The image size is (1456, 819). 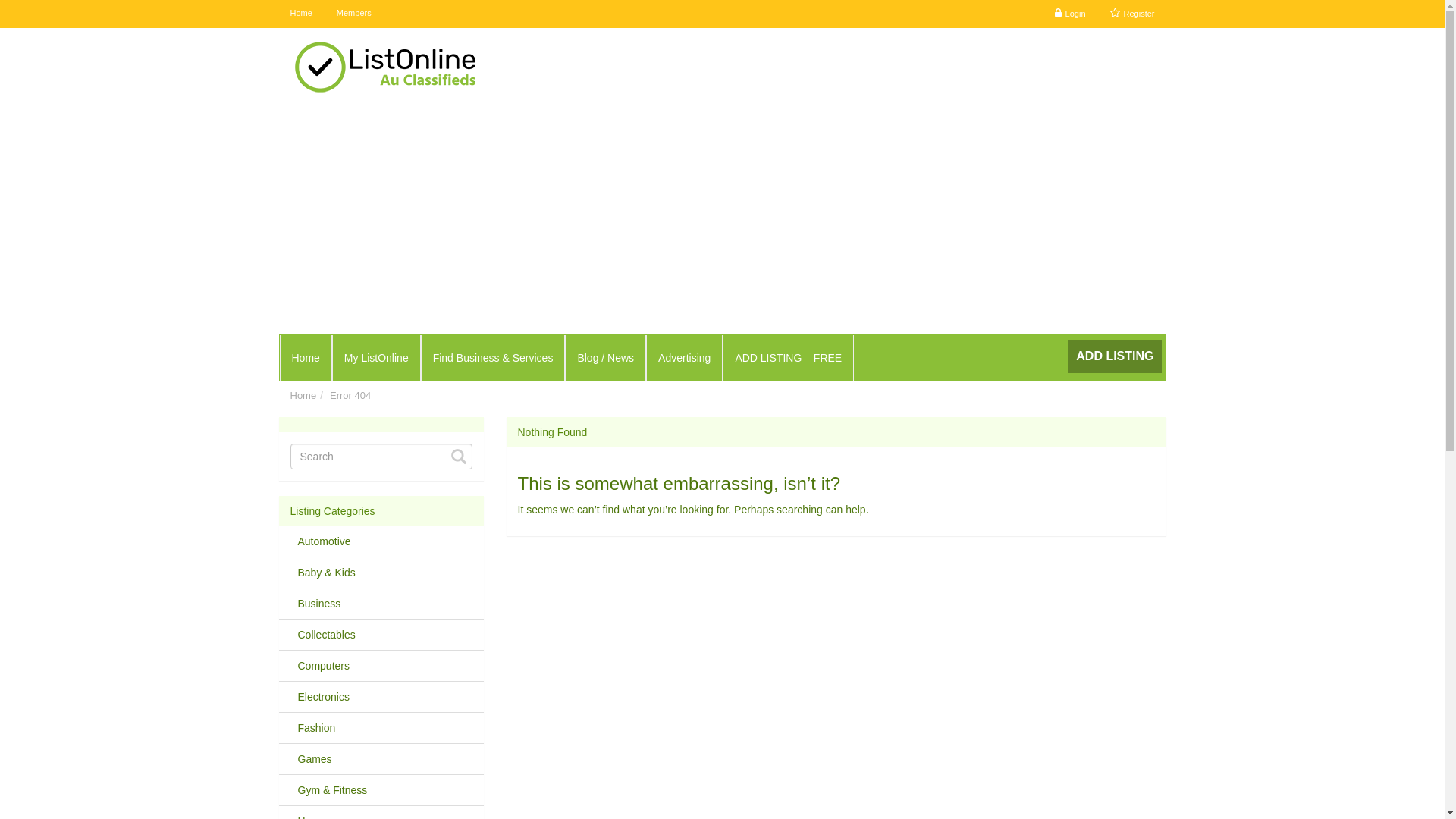 I want to click on 'Home', so click(x=301, y=14).